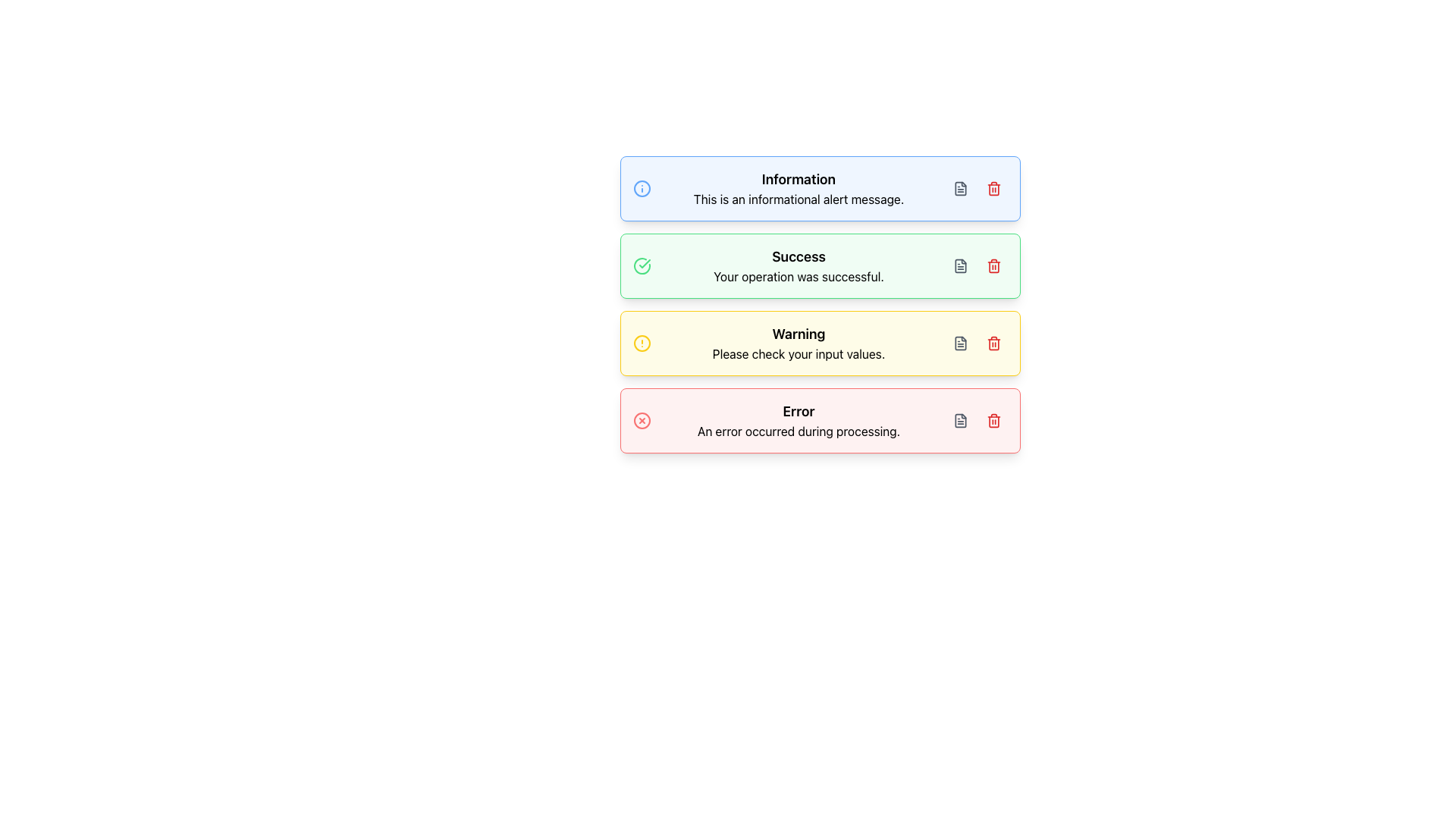 The image size is (1456, 819). Describe the element at coordinates (798, 421) in the screenshot. I see `text block titled 'Error' which contains the message 'An error occurred during processing.' This text block is centrally aligned within a red-bordered rectangular box against a light red background` at that location.